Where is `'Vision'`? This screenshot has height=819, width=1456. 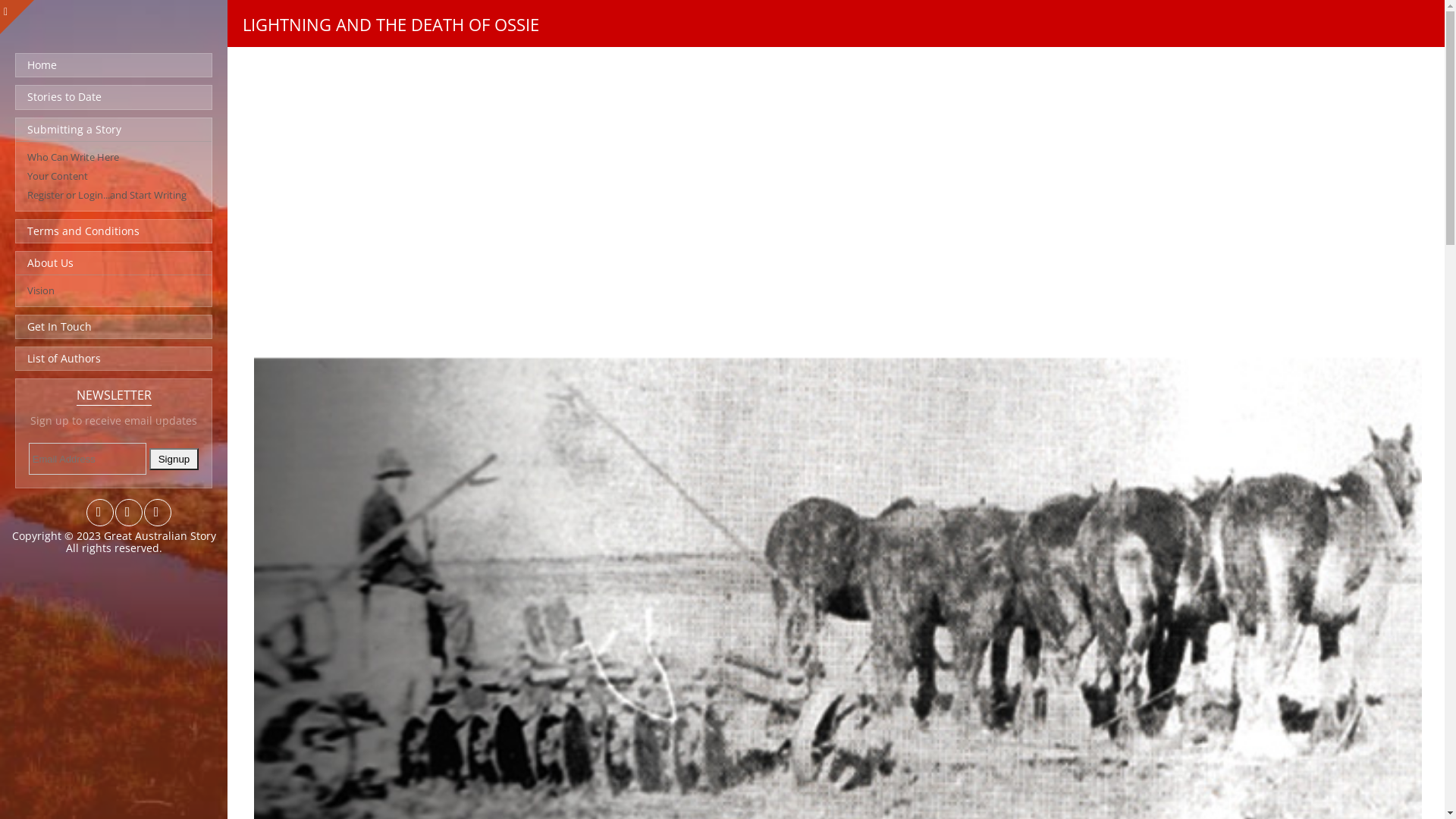 'Vision' is located at coordinates (15, 290).